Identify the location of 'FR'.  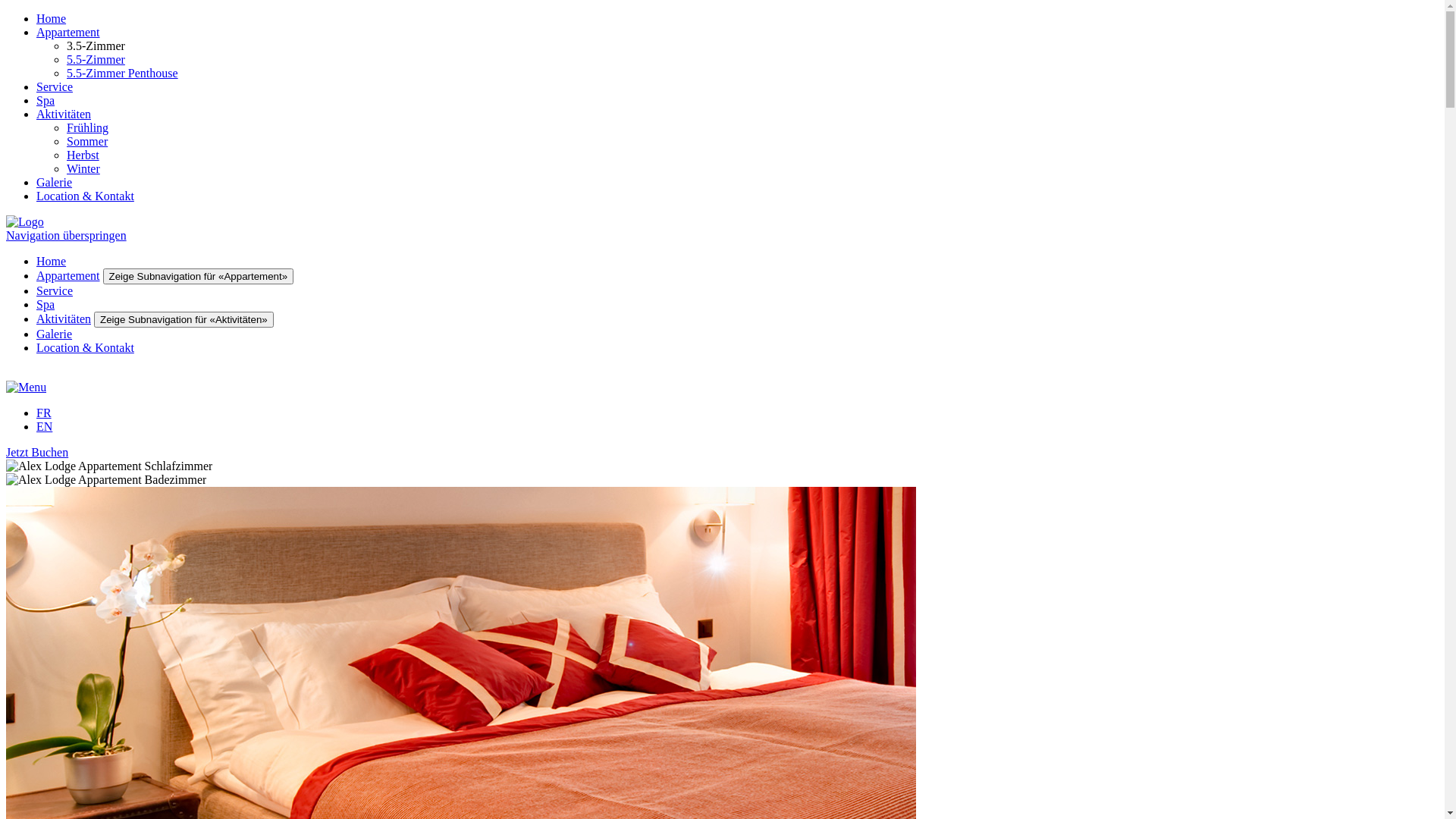
(43, 413).